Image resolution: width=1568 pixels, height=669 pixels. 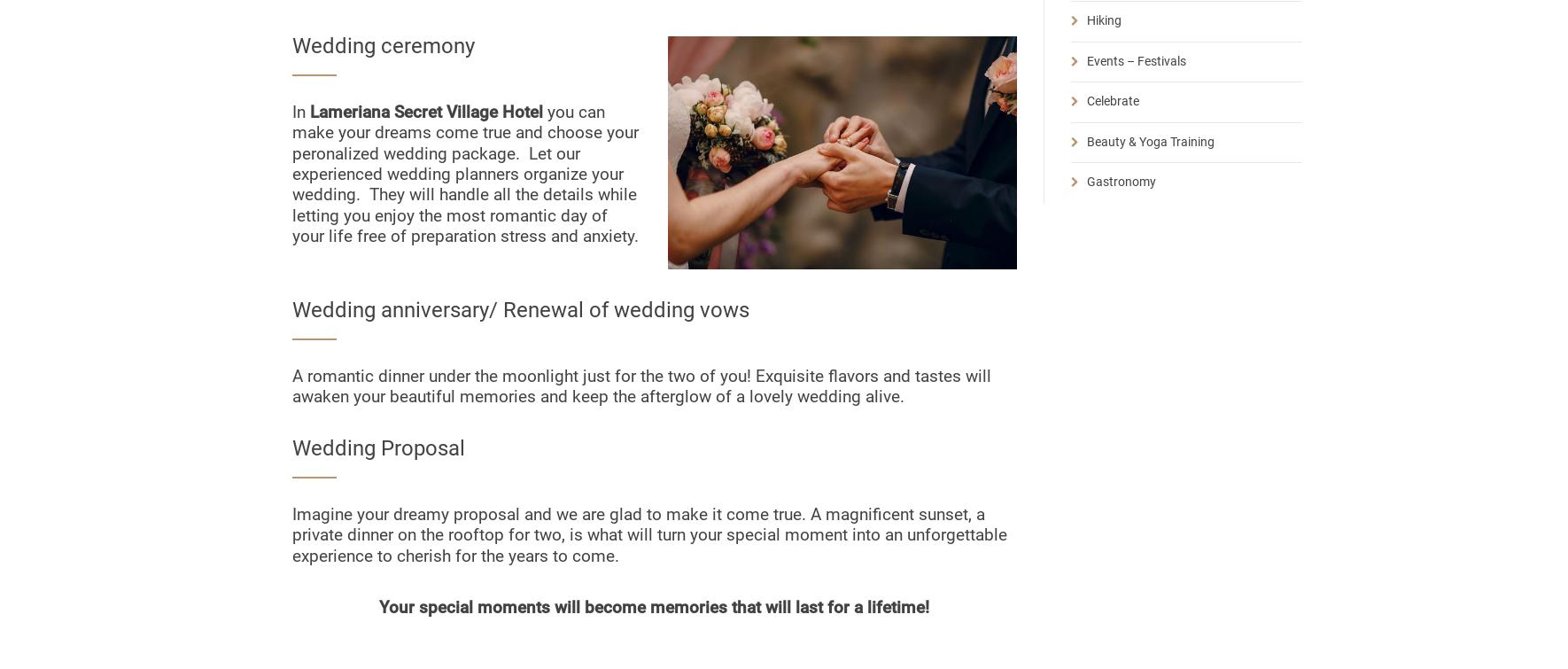 I want to click on 'Beauty & Yoga Training', so click(x=1148, y=141).